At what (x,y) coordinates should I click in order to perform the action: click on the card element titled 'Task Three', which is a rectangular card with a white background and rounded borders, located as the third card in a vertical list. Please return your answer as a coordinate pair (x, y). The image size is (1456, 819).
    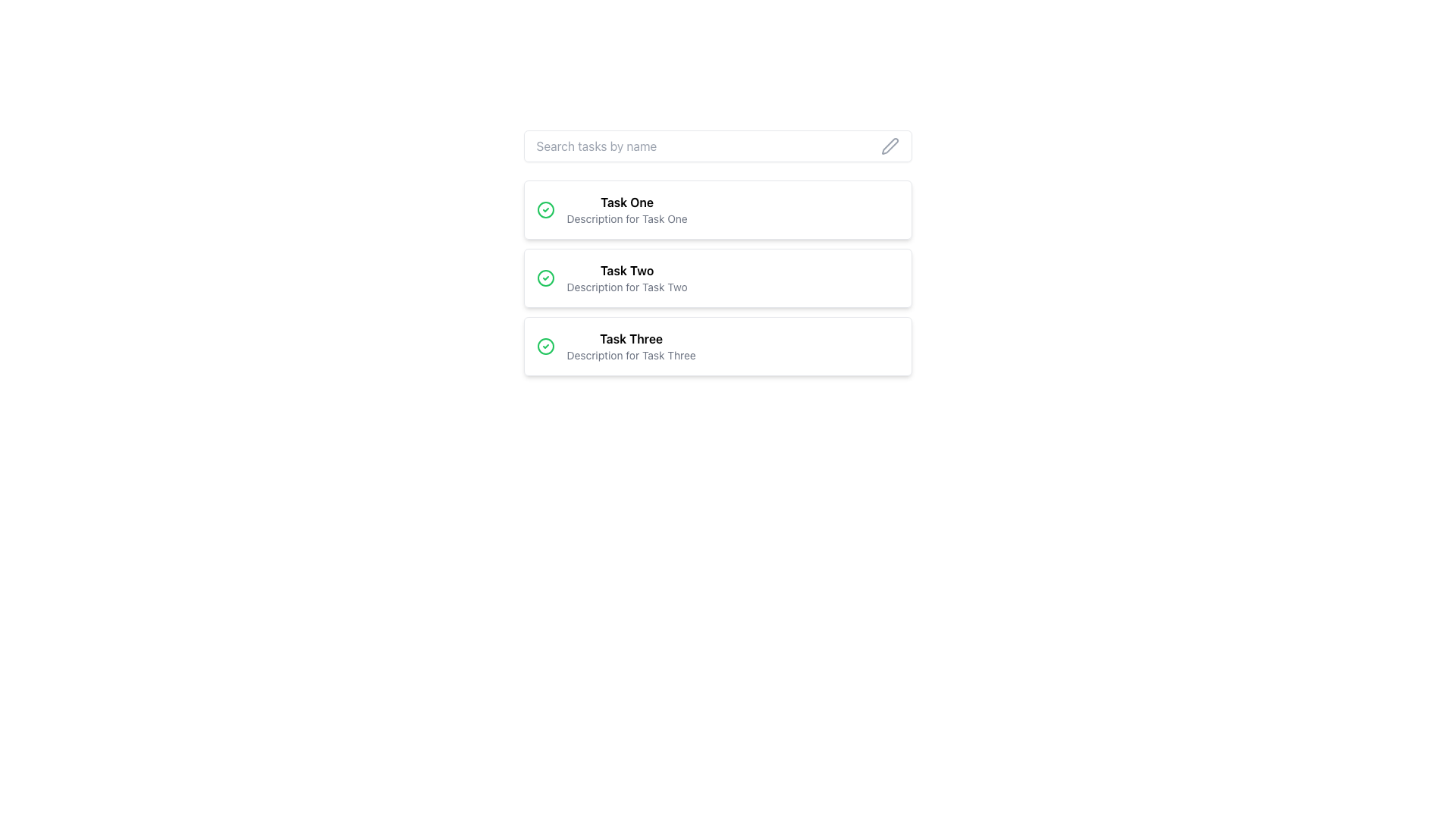
    Looking at the image, I should click on (717, 346).